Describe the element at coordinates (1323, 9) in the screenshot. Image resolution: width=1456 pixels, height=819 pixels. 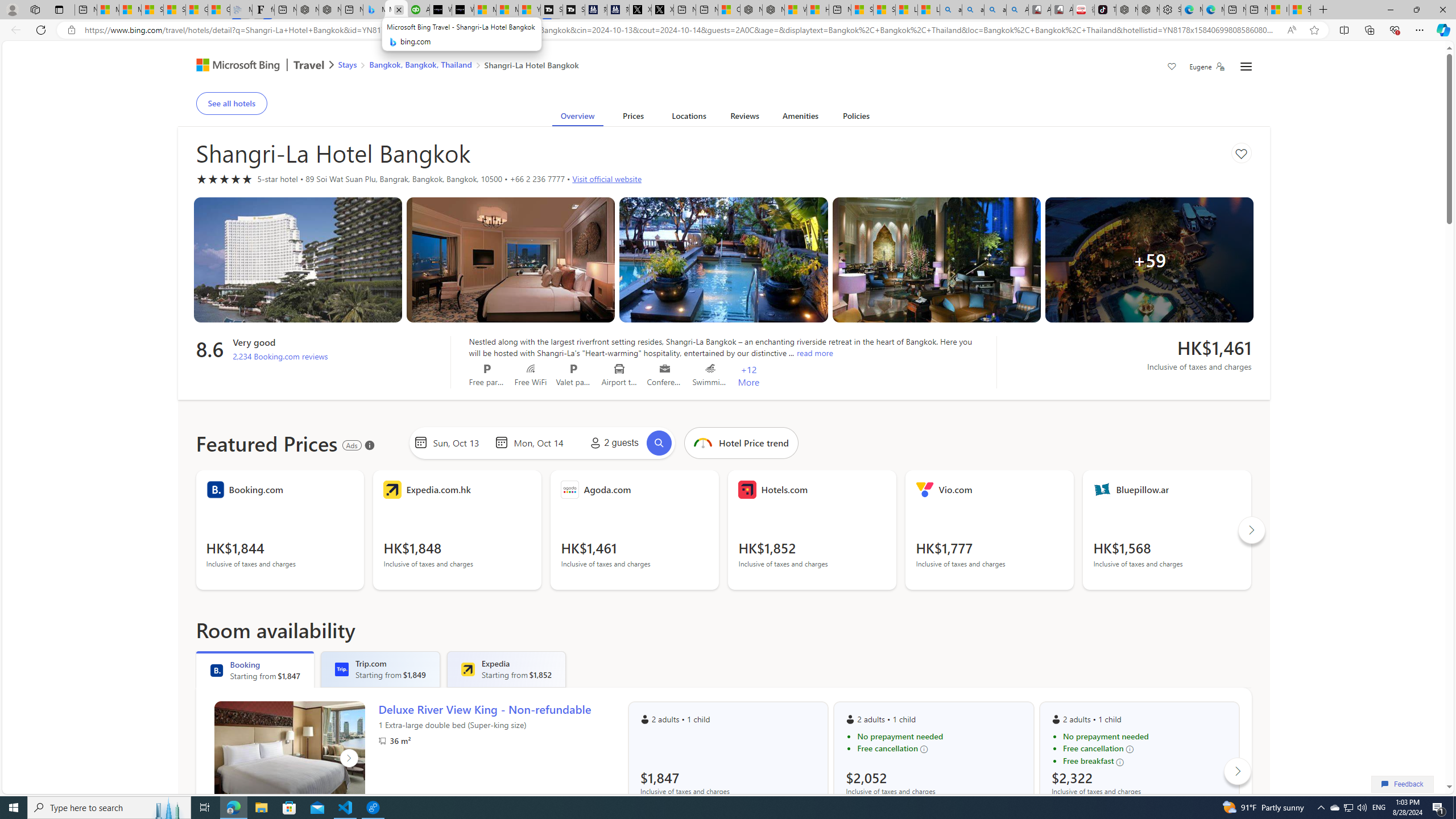
I see `'New Tab'` at that location.